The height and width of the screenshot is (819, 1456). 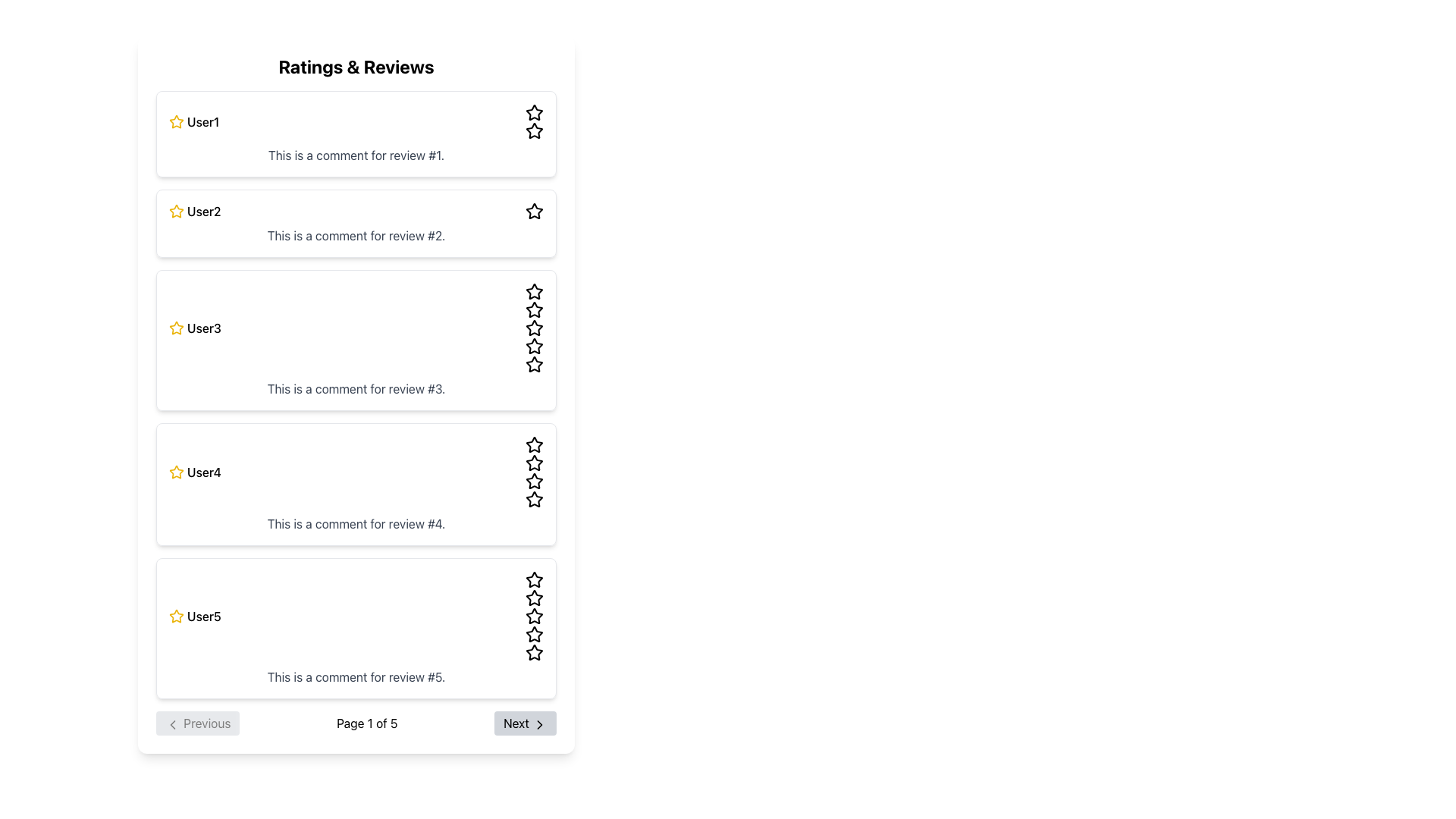 What do you see at coordinates (535, 211) in the screenshot?
I see `the second outlined star icon in the 'User2' rating section` at bounding box center [535, 211].